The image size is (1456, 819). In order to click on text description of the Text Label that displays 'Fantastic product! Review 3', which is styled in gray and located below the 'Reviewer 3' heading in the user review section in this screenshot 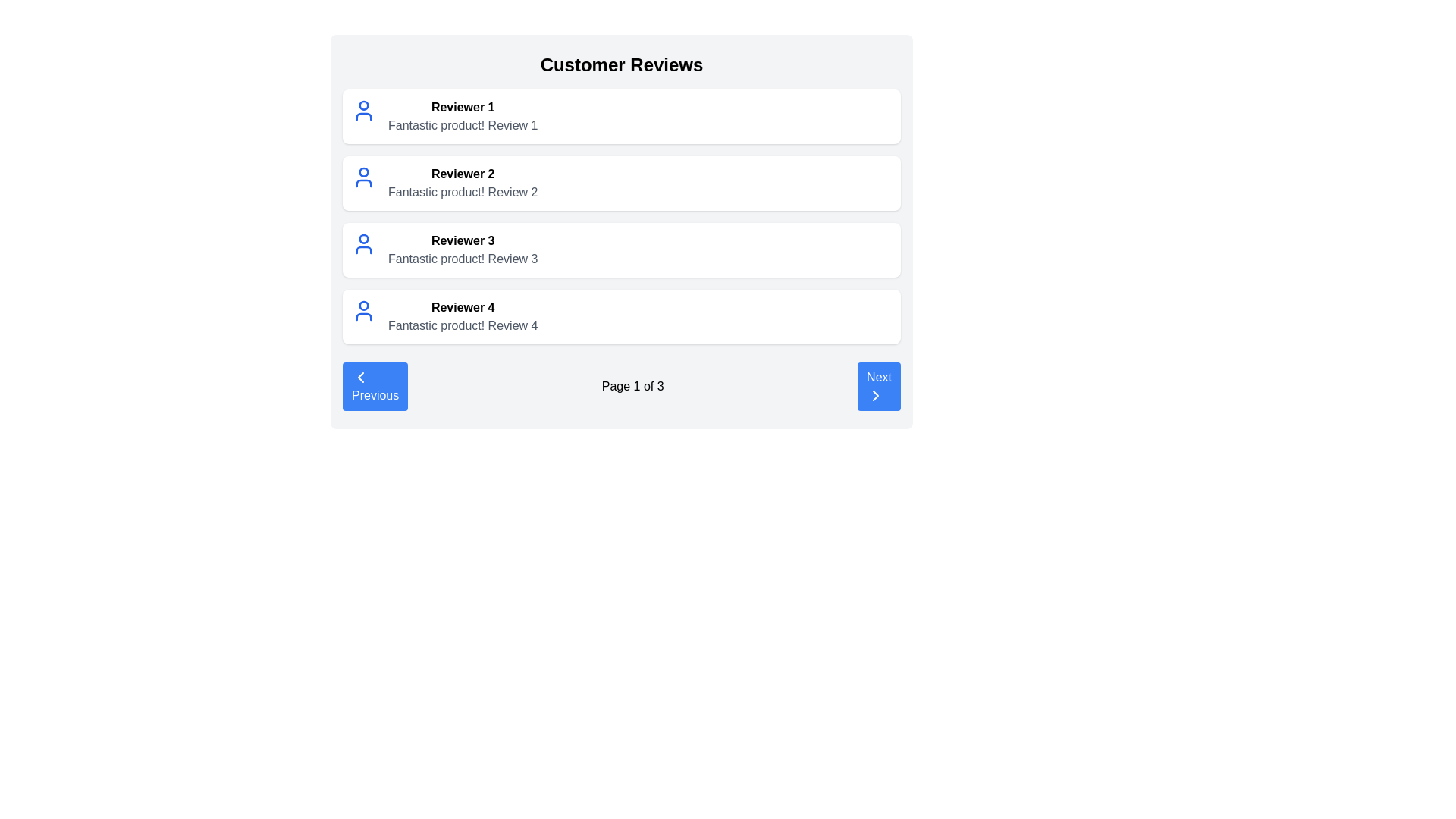, I will do `click(462, 259)`.